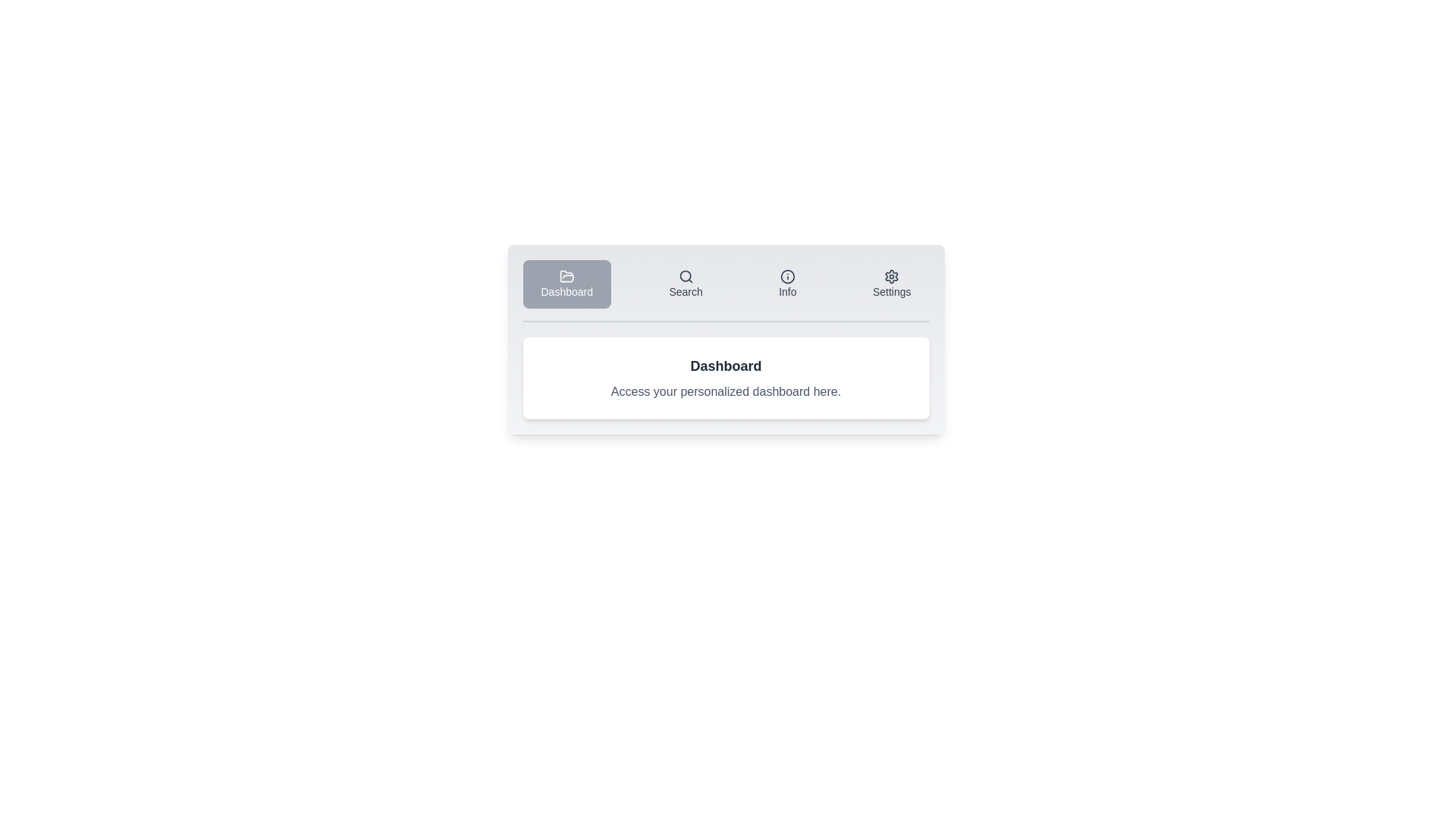 Image resolution: width=1456 pixels, height=819 pixels. I want to click on the tab labeled Settings, so click(892, 284).